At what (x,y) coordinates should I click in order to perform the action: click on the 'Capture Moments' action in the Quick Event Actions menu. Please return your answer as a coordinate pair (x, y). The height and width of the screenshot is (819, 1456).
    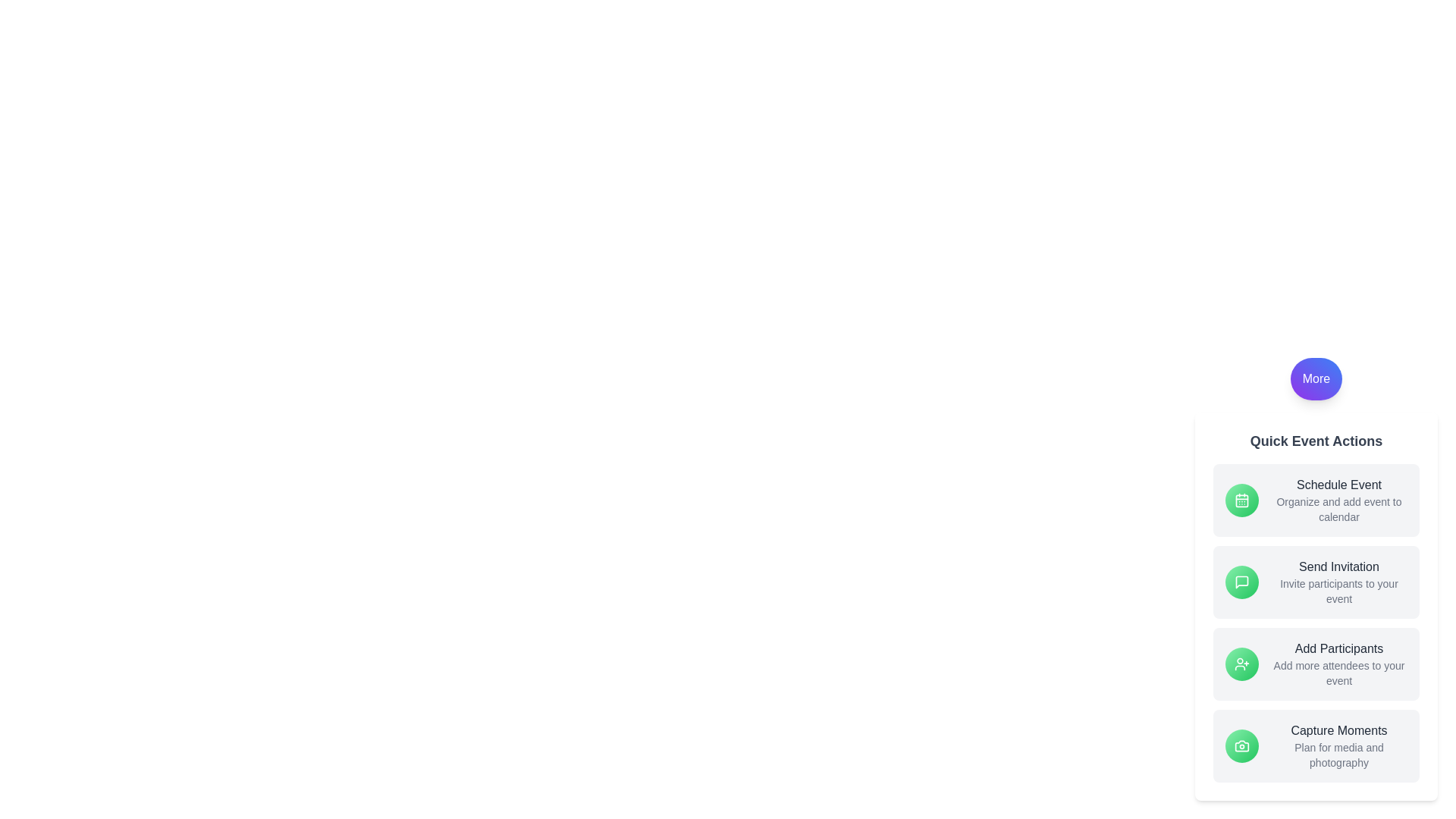
    Looking at the image, I should click on (1316, 745).